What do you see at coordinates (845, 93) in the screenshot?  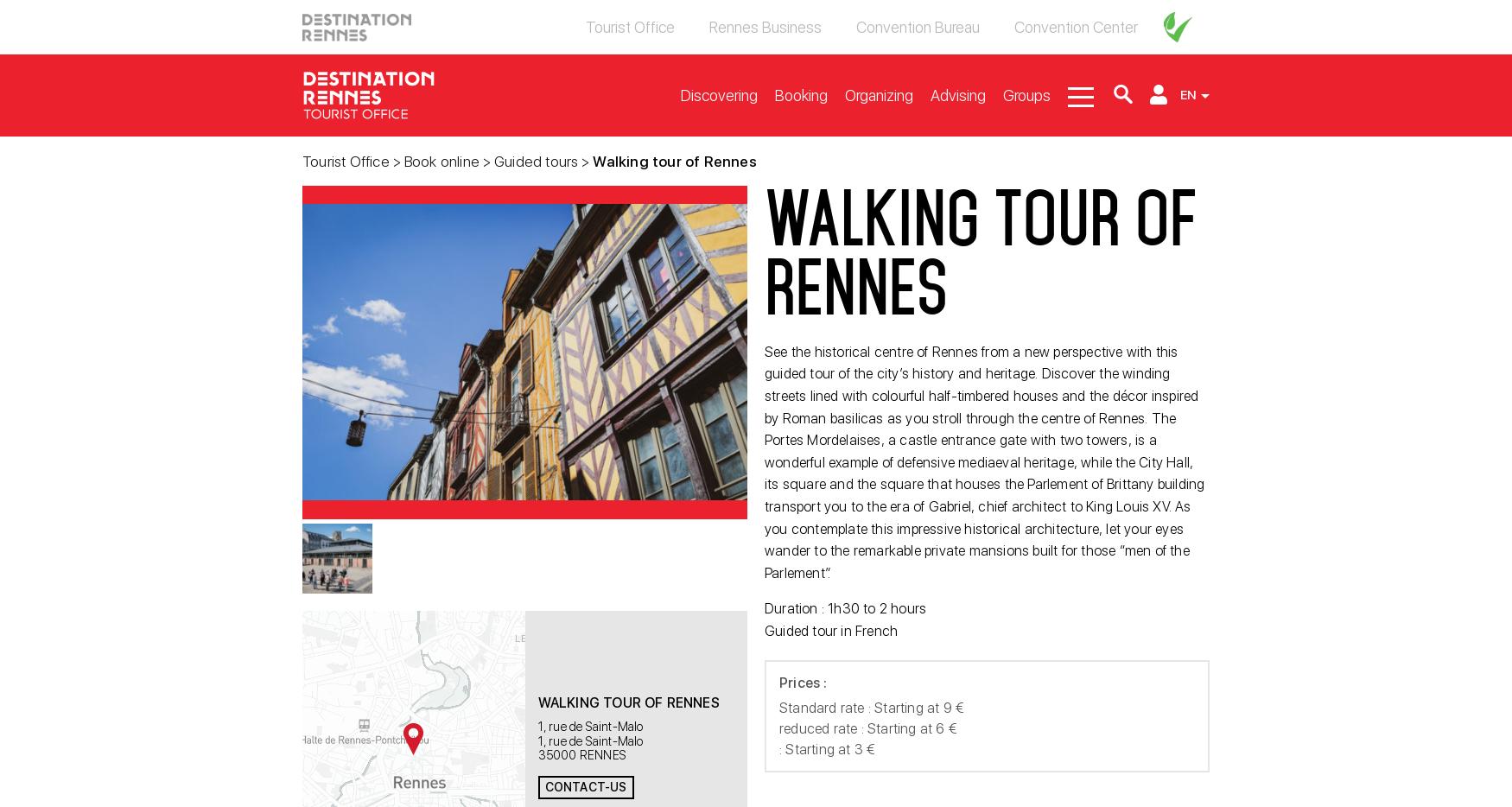 I see `'Organizing'` at bounding box center [845, 93].